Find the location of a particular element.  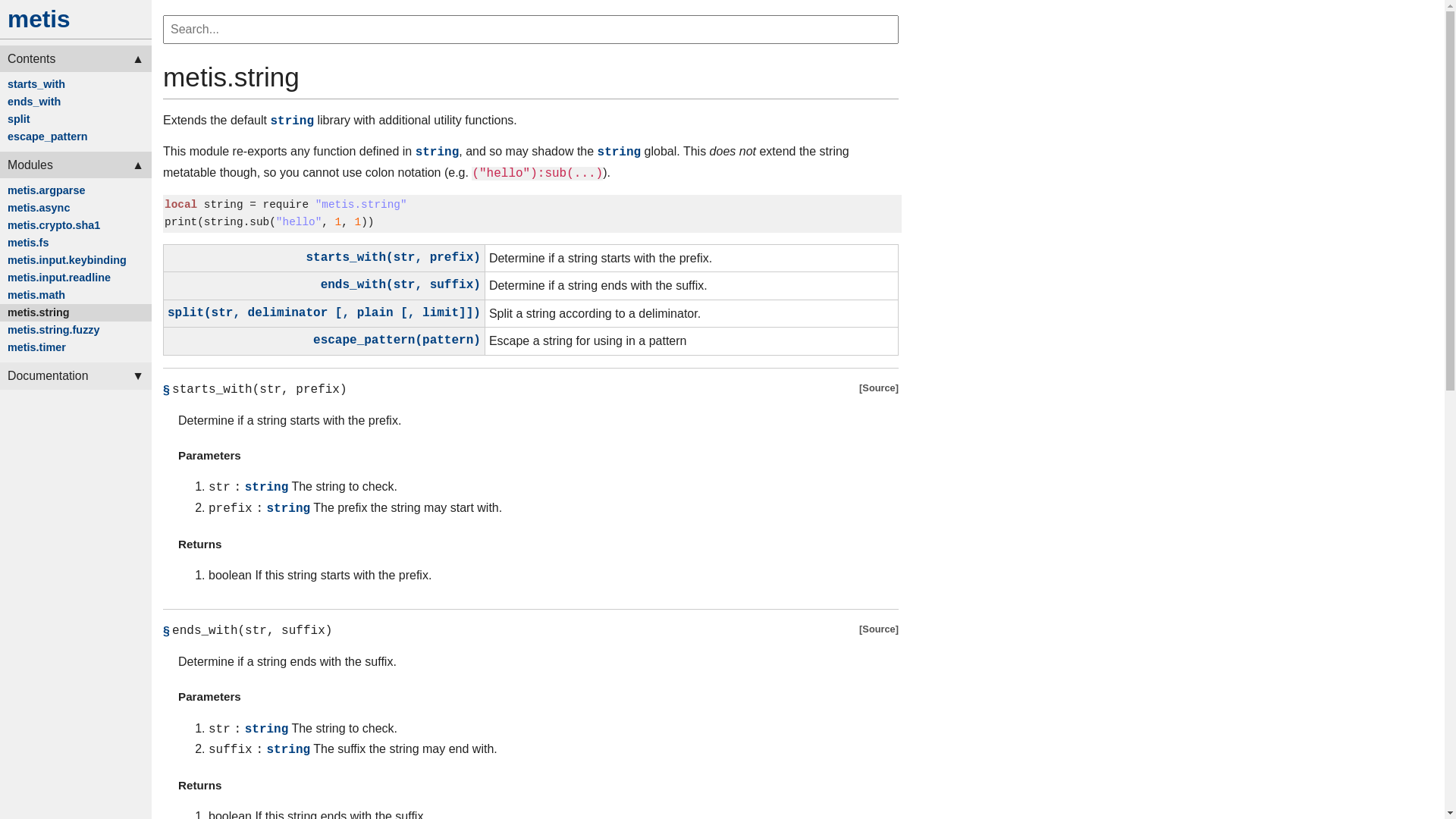

'starts_with' is located at coordinates (75, 84).